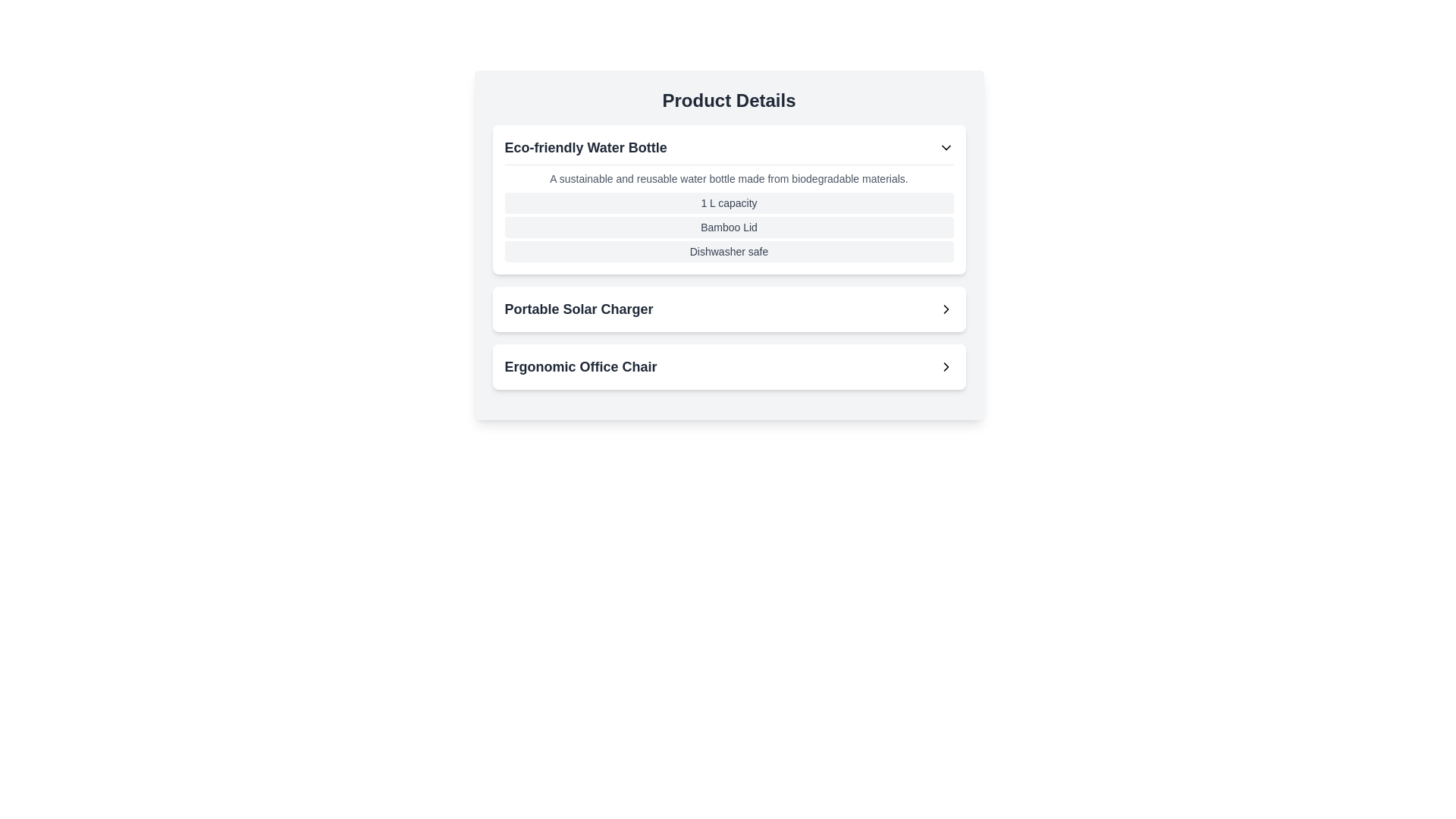 Image resolution: width=1456 pixels, height=819 pixels. What do you see at coordinates (945, 148) in the screenshot?
I see `the downward-pointing chevron icon located on the far right of the 'Eco-friendly Water Bottle' section` at bounding box center [945, 148].